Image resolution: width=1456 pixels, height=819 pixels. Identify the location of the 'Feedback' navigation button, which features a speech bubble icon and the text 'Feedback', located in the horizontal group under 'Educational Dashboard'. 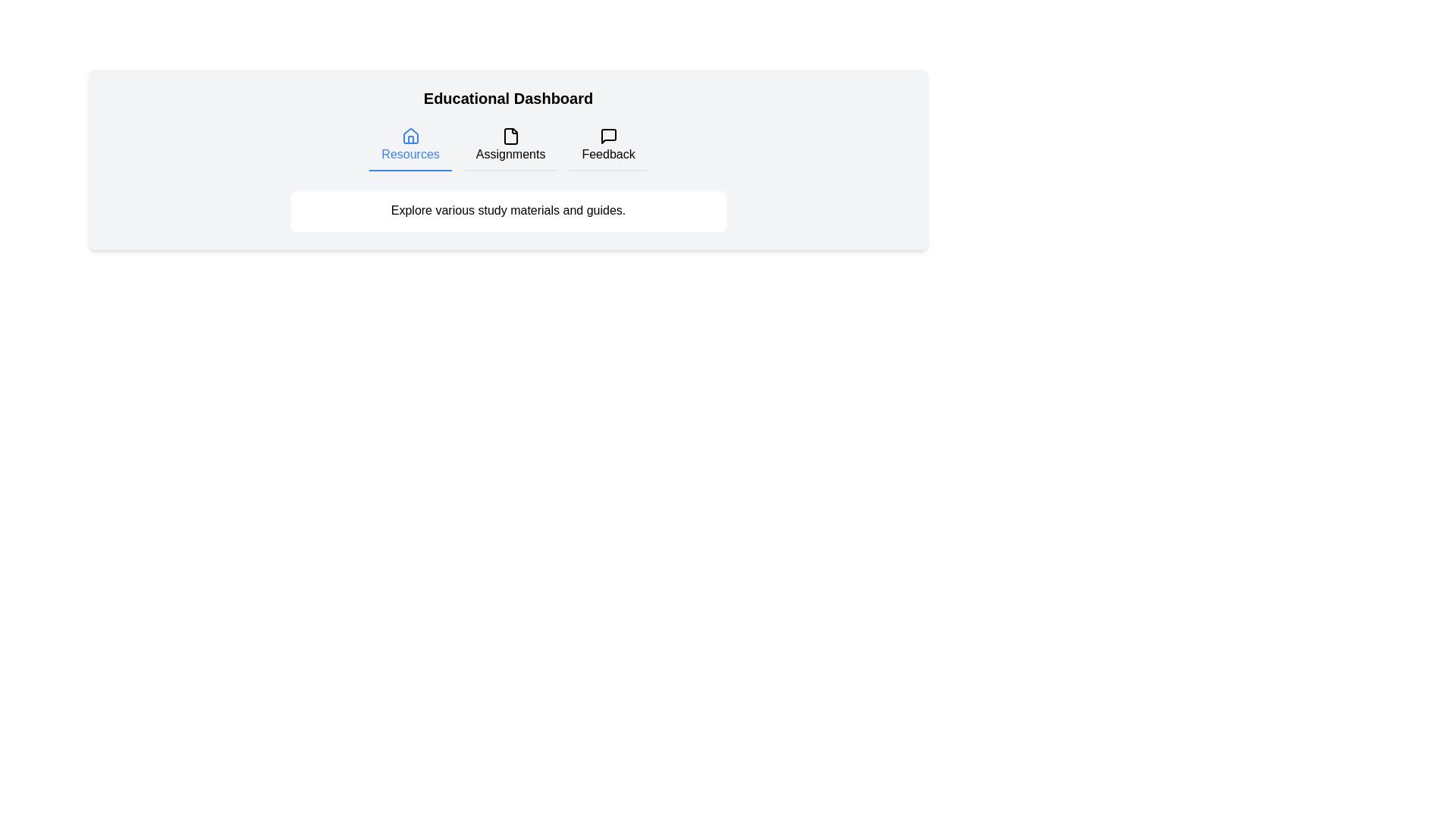
(608, 146).